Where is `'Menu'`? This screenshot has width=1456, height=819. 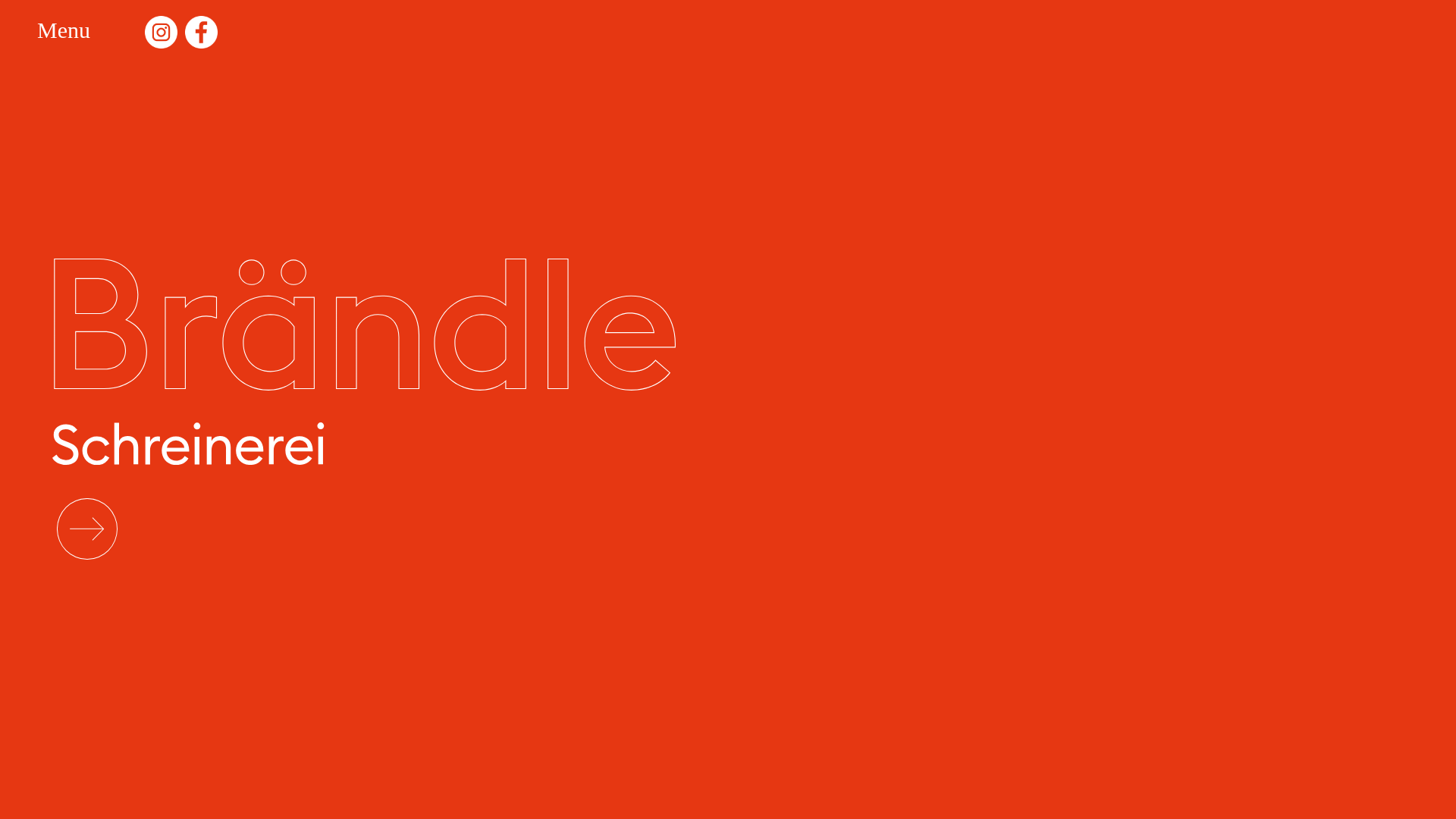 'Menu' is located at coordinates (72, 34).